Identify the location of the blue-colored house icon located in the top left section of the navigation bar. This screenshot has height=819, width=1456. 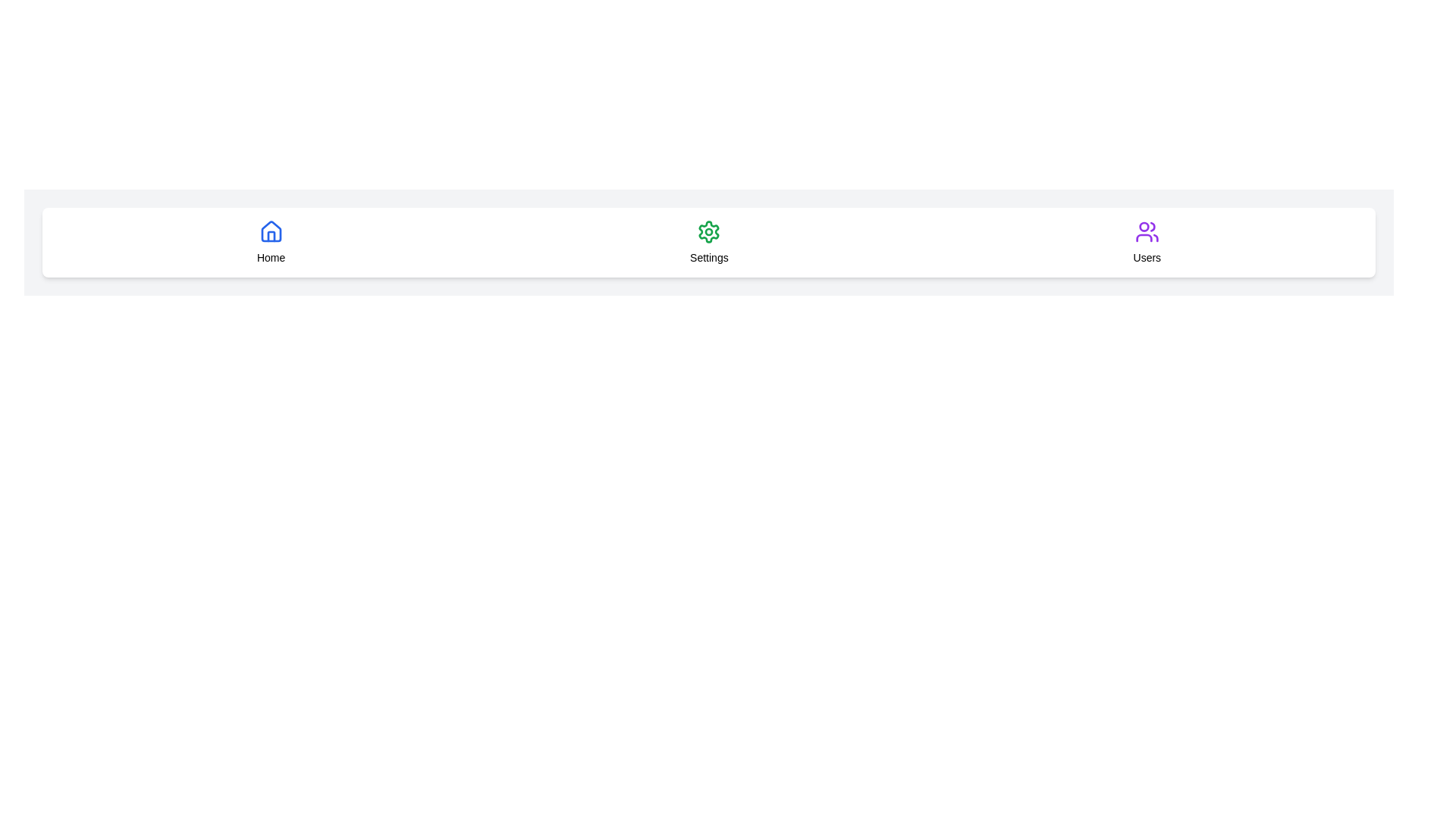
(271, 231).